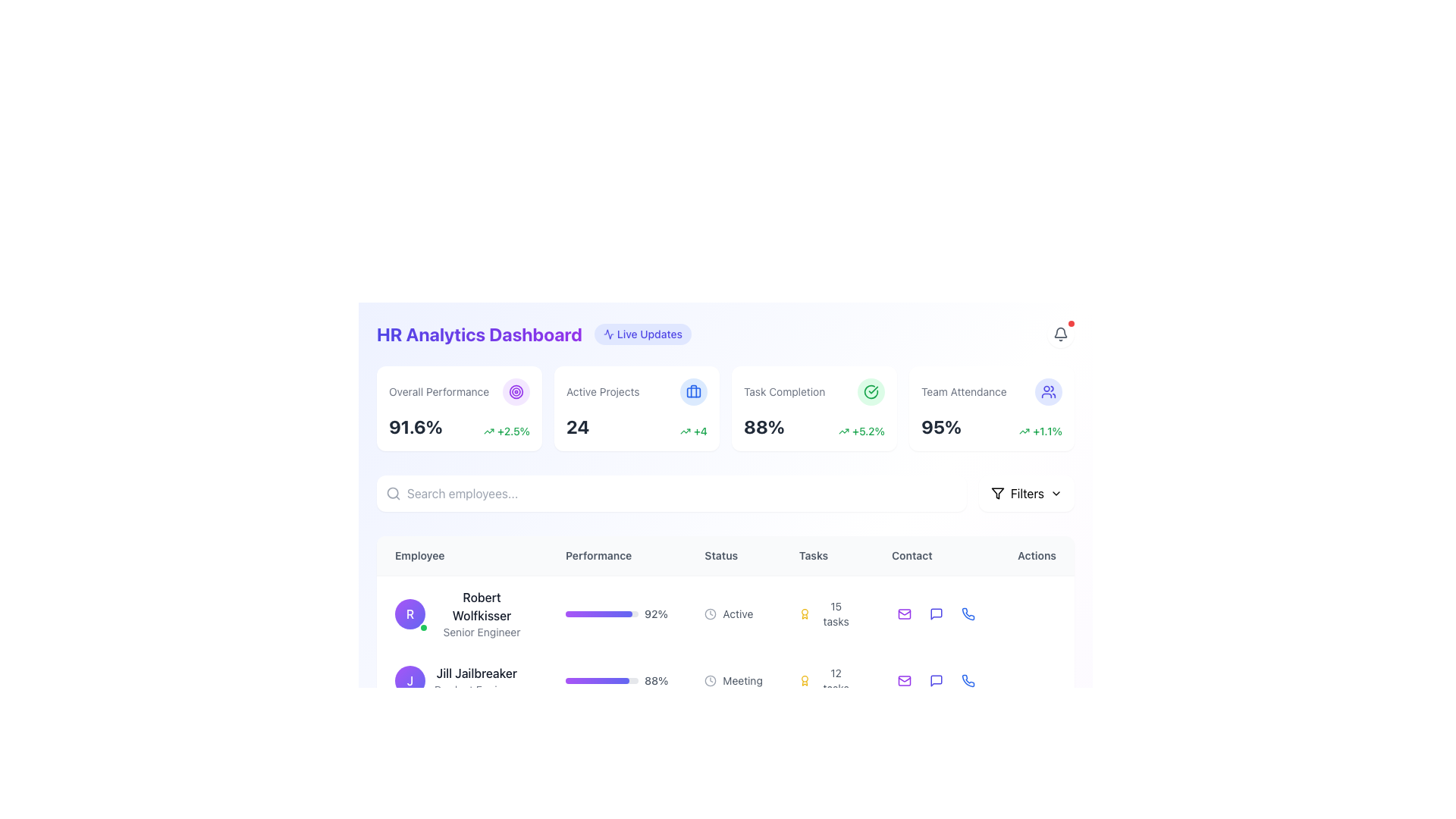 Image resolution: width=1456 pixels, height=819 pixels. What do you see at coordinates (733, 556) in the screenshot?
I see `the text header labeled 'Status', which is styled with bold gray text and is positioned in the third column of a table layout` at bounding box center [733, 556].